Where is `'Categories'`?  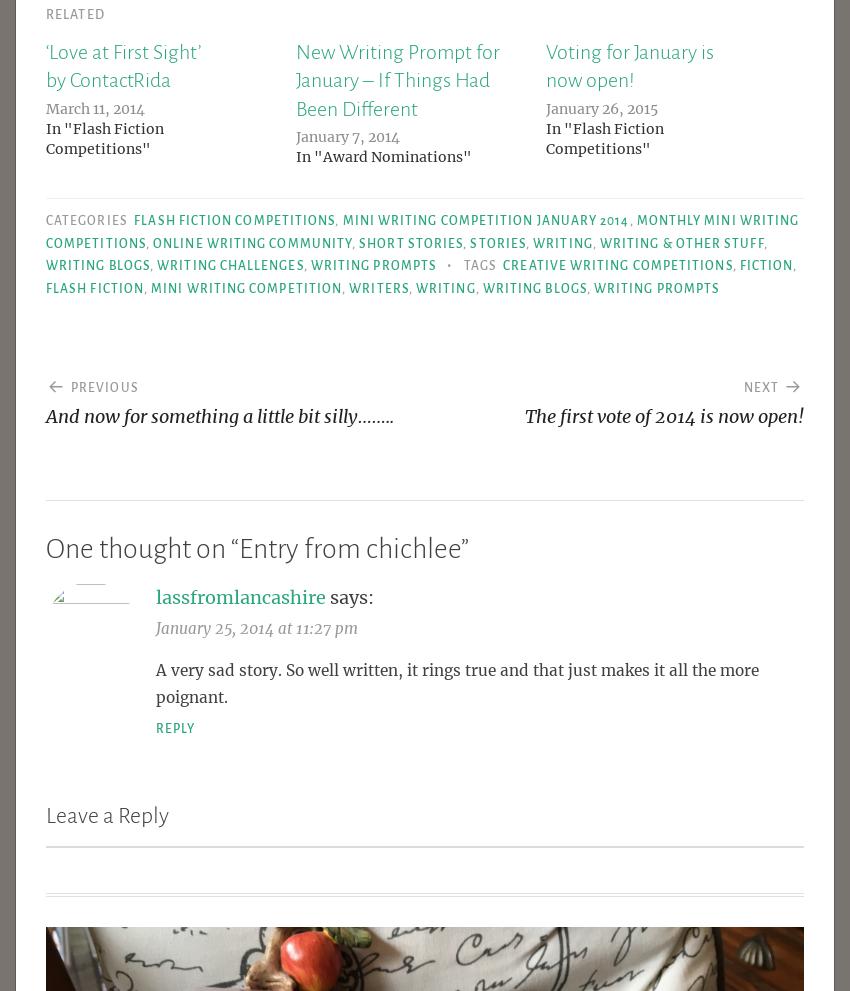
'Categories' is located at coordinates (86, 219).